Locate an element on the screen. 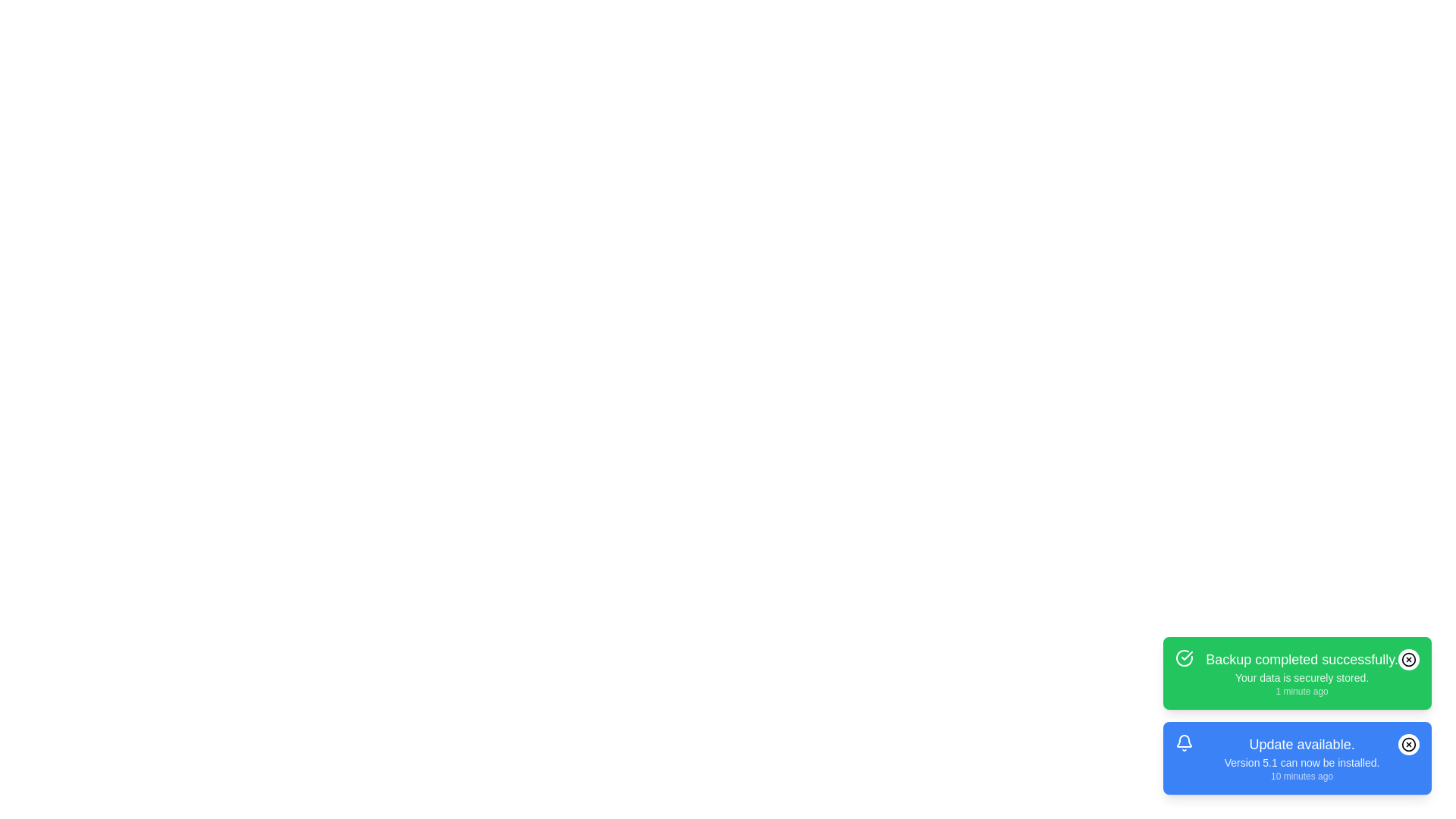 This screenshot has height=819, width=1456. close button of the notification to dismiss it is located at coordinates (1407, 659).